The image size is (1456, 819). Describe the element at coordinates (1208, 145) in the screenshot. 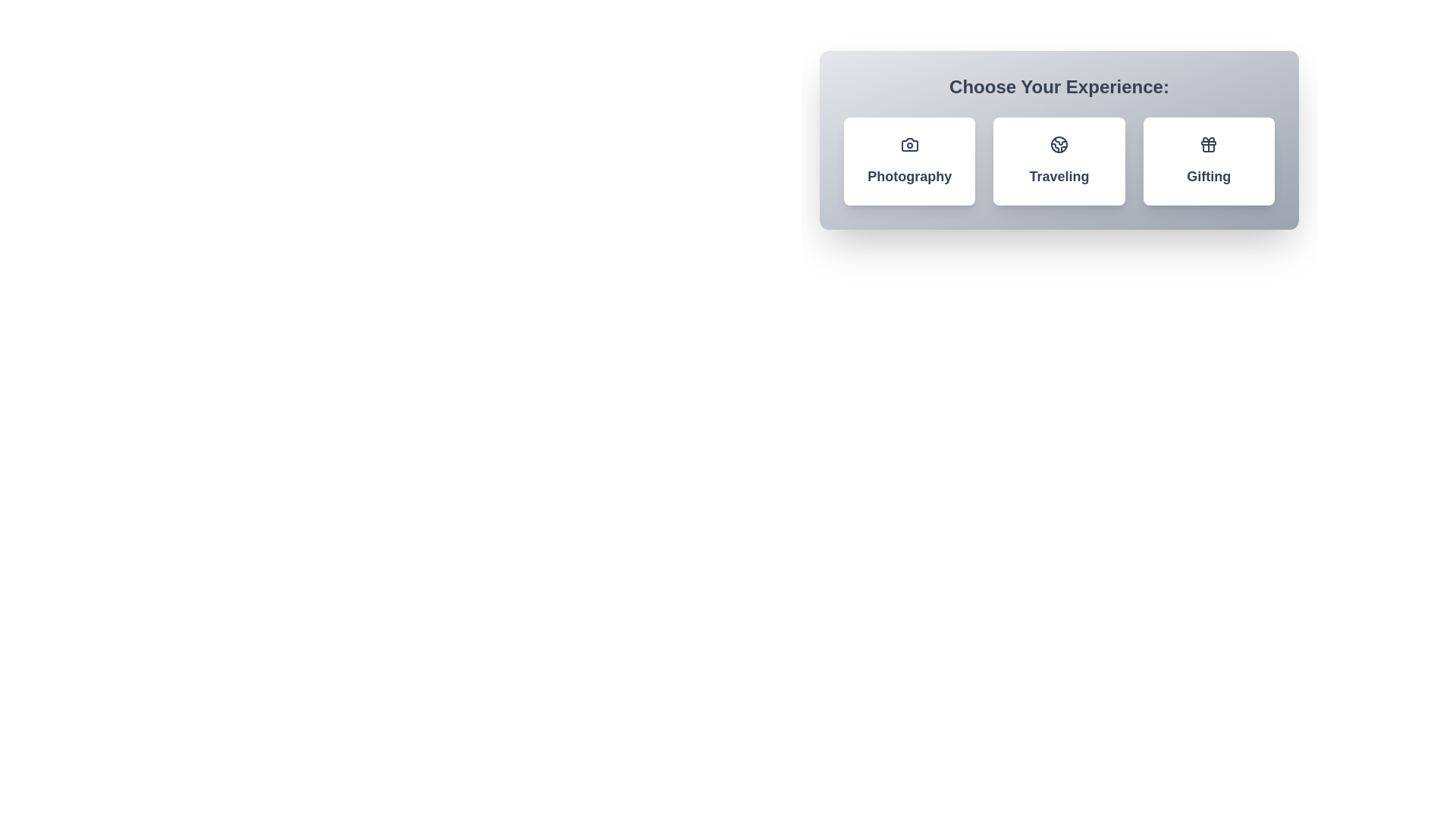

I see `the icon within the chip labeled Gifting` at that location.